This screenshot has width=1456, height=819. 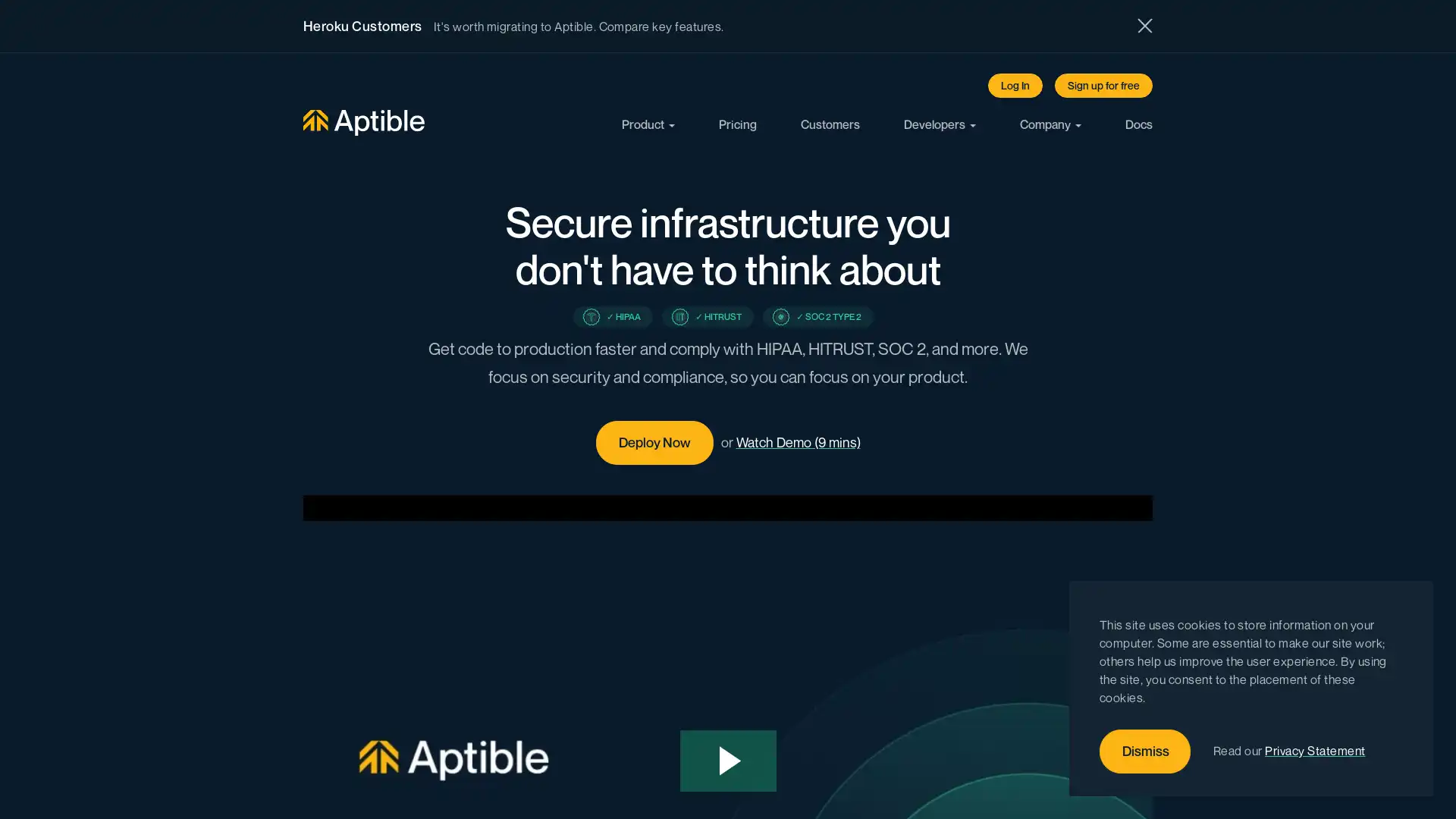 What do you see at coordinates (1103, 85) in the screenshot?
I see `Sign up for free` at bounding box center [1103, 85].